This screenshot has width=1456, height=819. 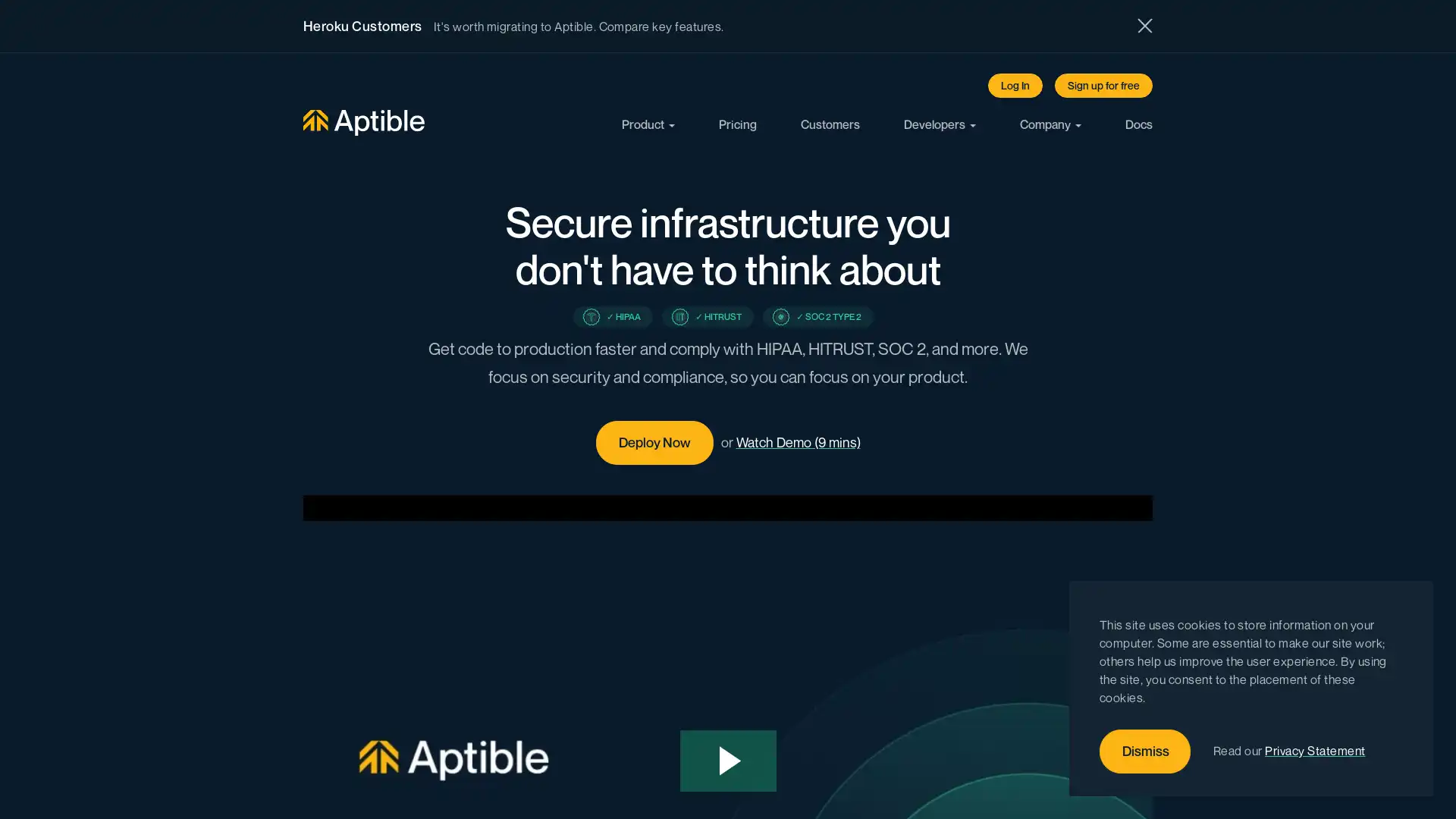 What do you see at coordinates (1103, 85) in the screenshot?
I see `Sign up for free` at bounding box center [1103, 85].